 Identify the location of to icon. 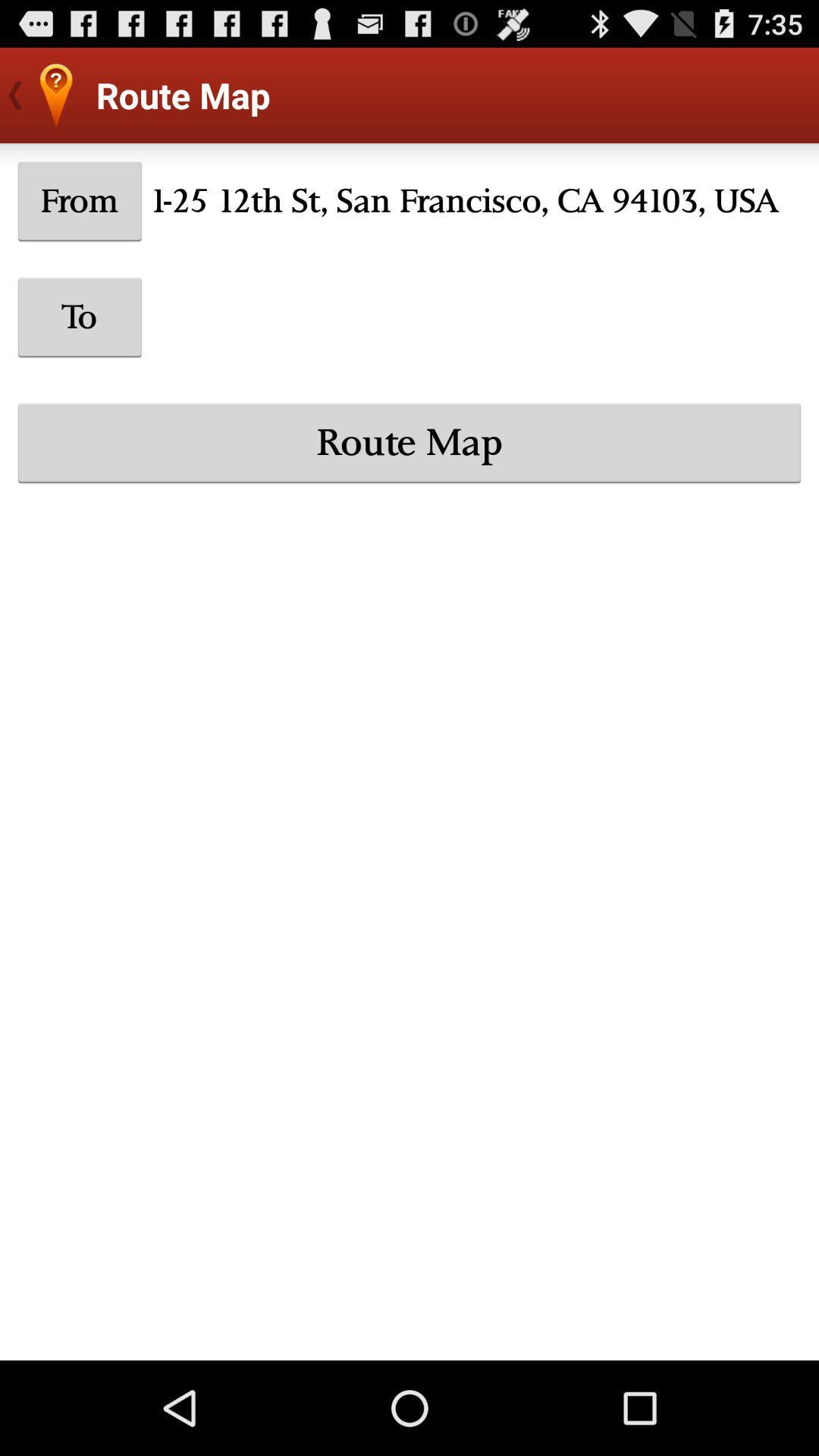
(80, 316).